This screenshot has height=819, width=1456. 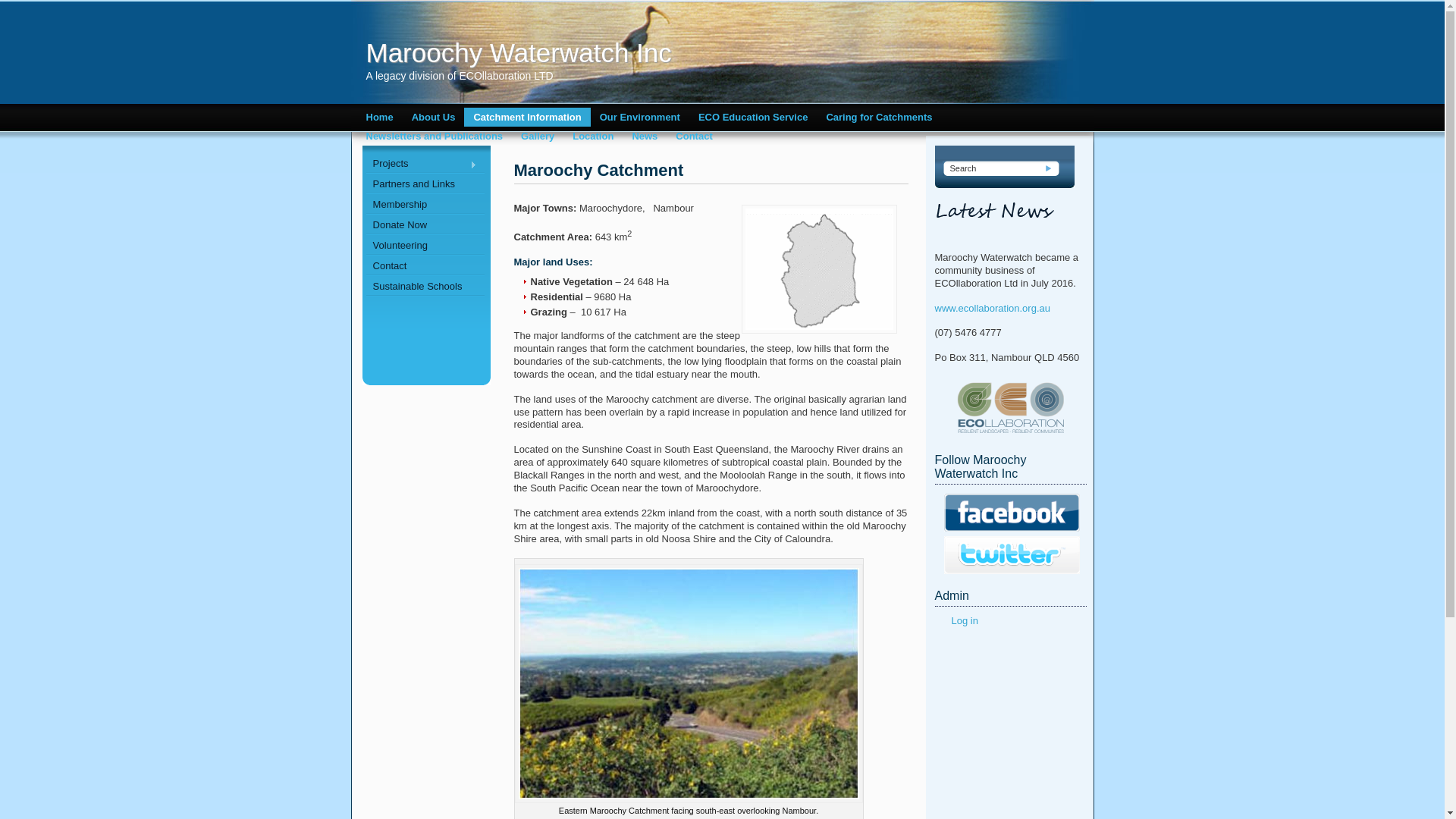 What do you see at coordinates (1049, 168) in the screenshot?
I see `'Search'` at bounding box center [1049, 168].